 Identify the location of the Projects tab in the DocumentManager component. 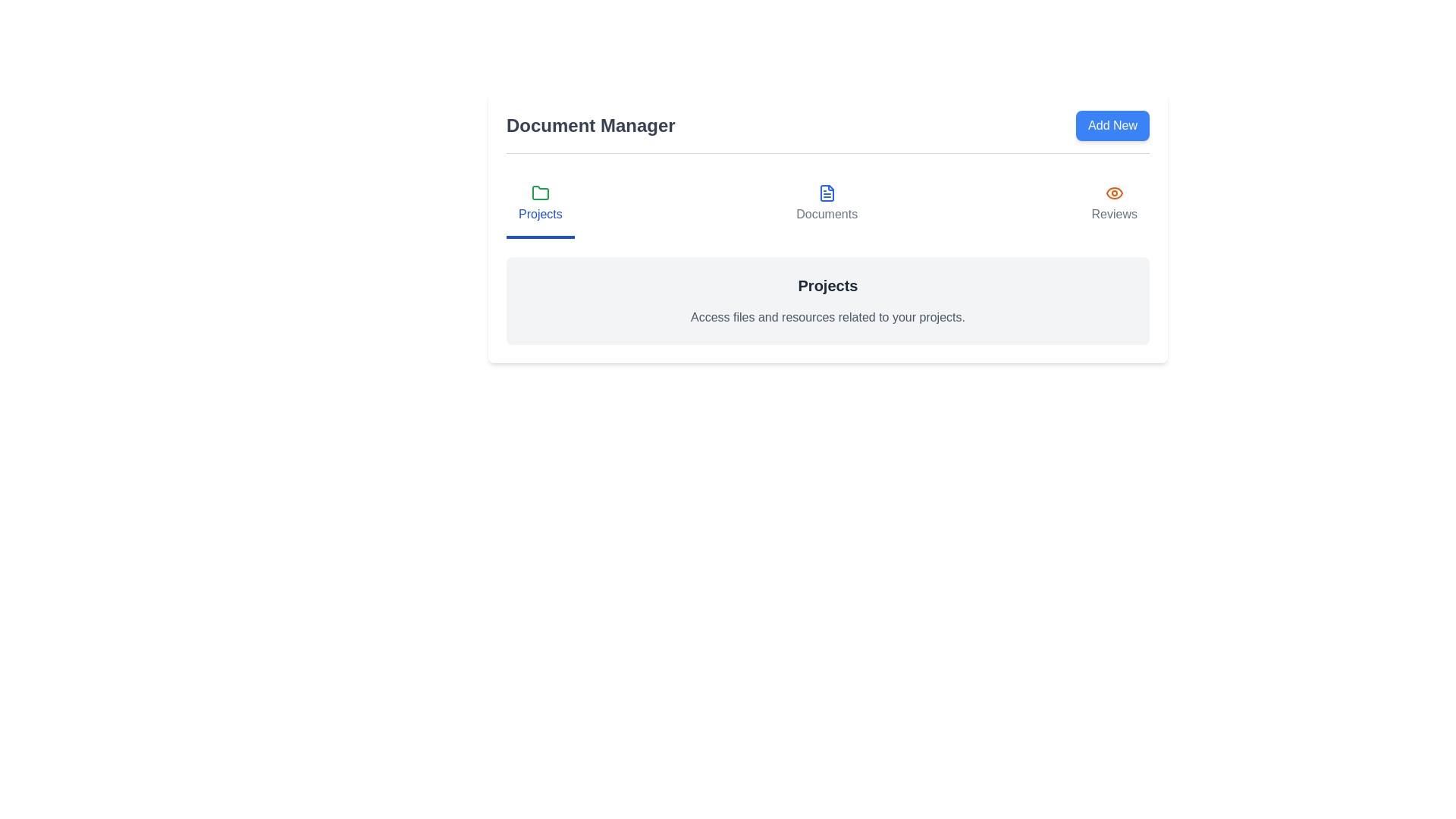
(540, 205).